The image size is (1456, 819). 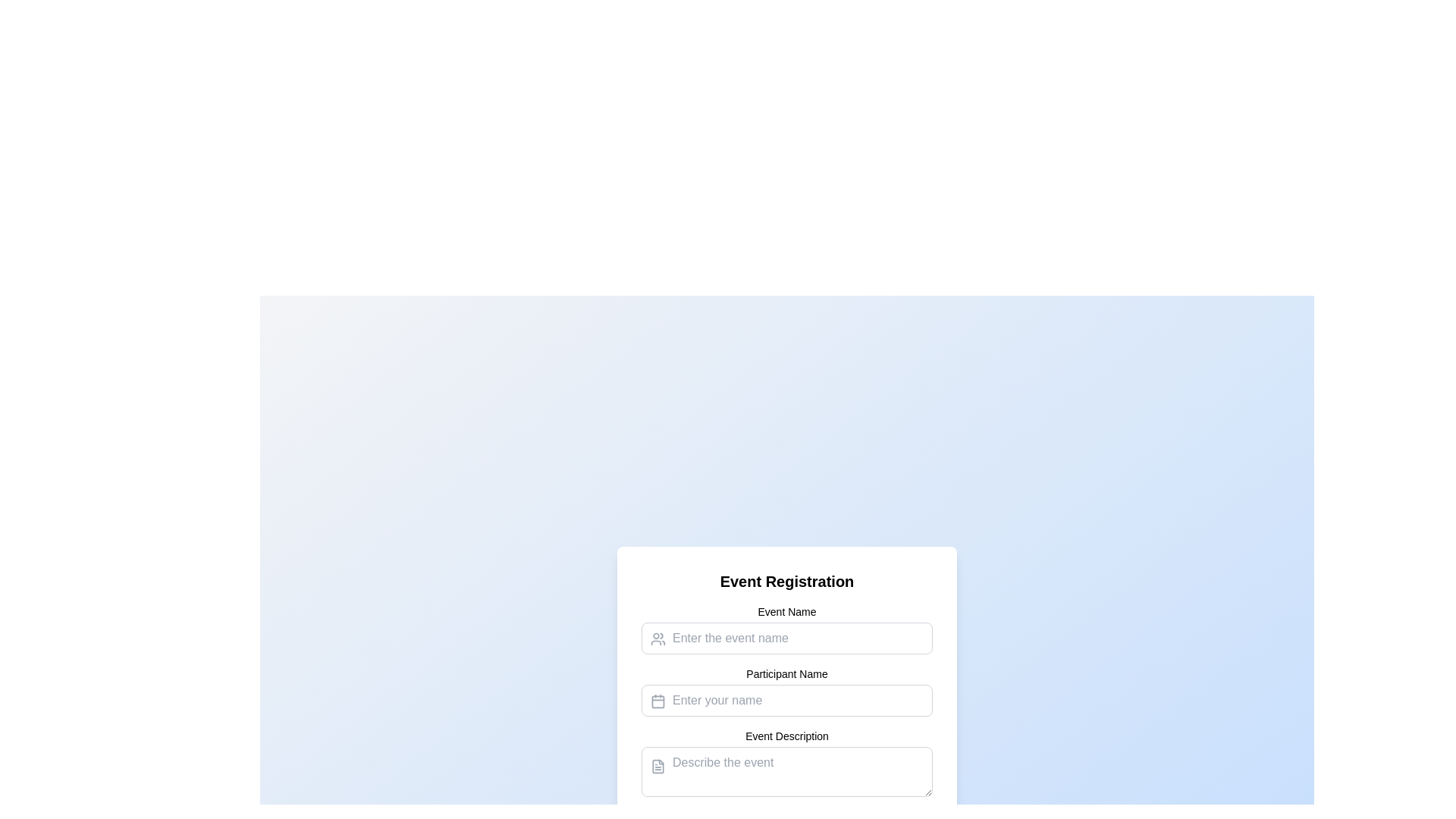 What do you see at coordinates (658, 766) in the screenshot?
I see `the small gray document icon located to the left of the 'Describe the event' input field` at bounding box center [658, 766].